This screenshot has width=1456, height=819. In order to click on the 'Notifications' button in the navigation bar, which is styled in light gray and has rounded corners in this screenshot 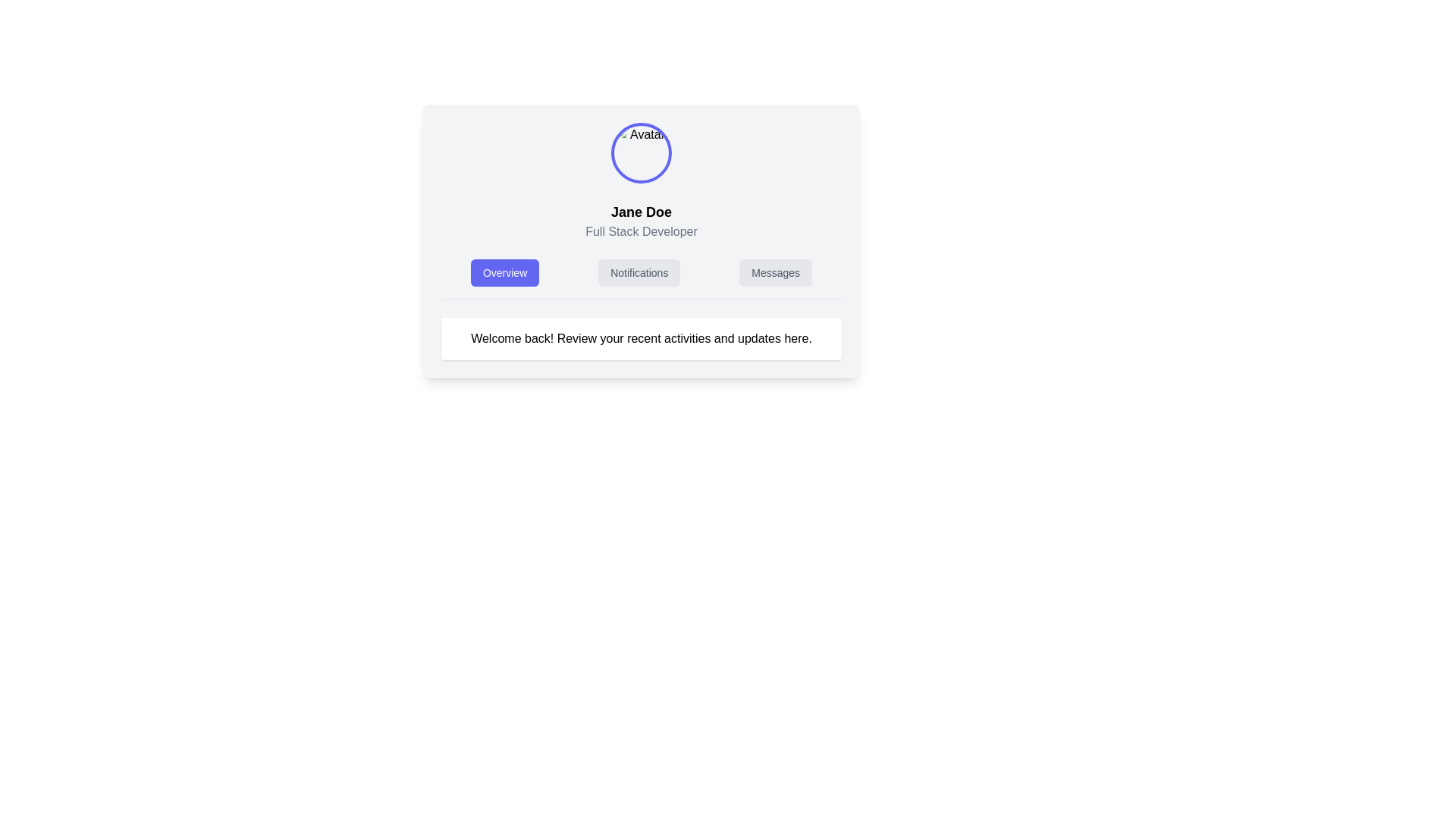, I will do `click(641, 278)`.